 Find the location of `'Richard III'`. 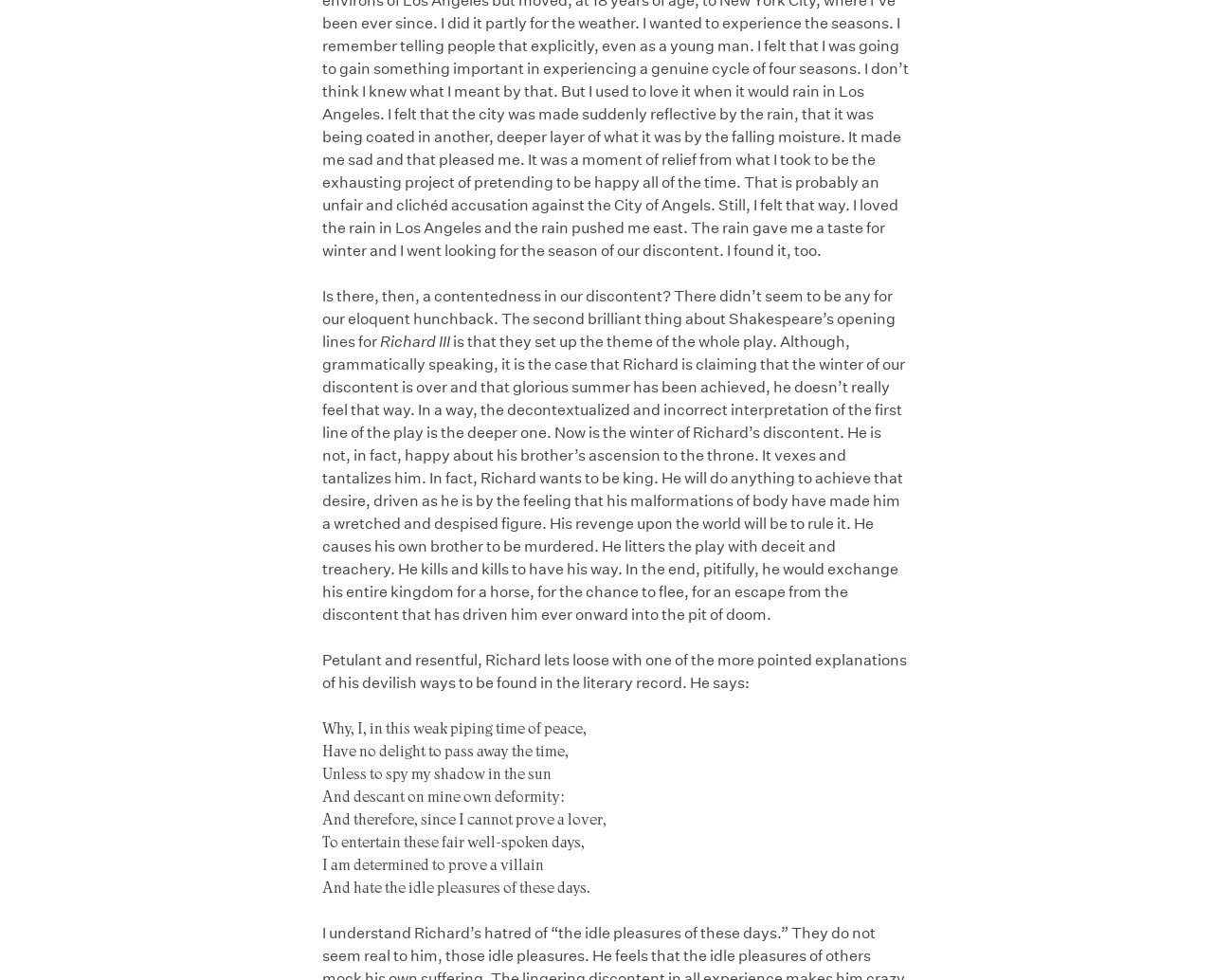

'Richard III' is located at coordinates (413, 339).